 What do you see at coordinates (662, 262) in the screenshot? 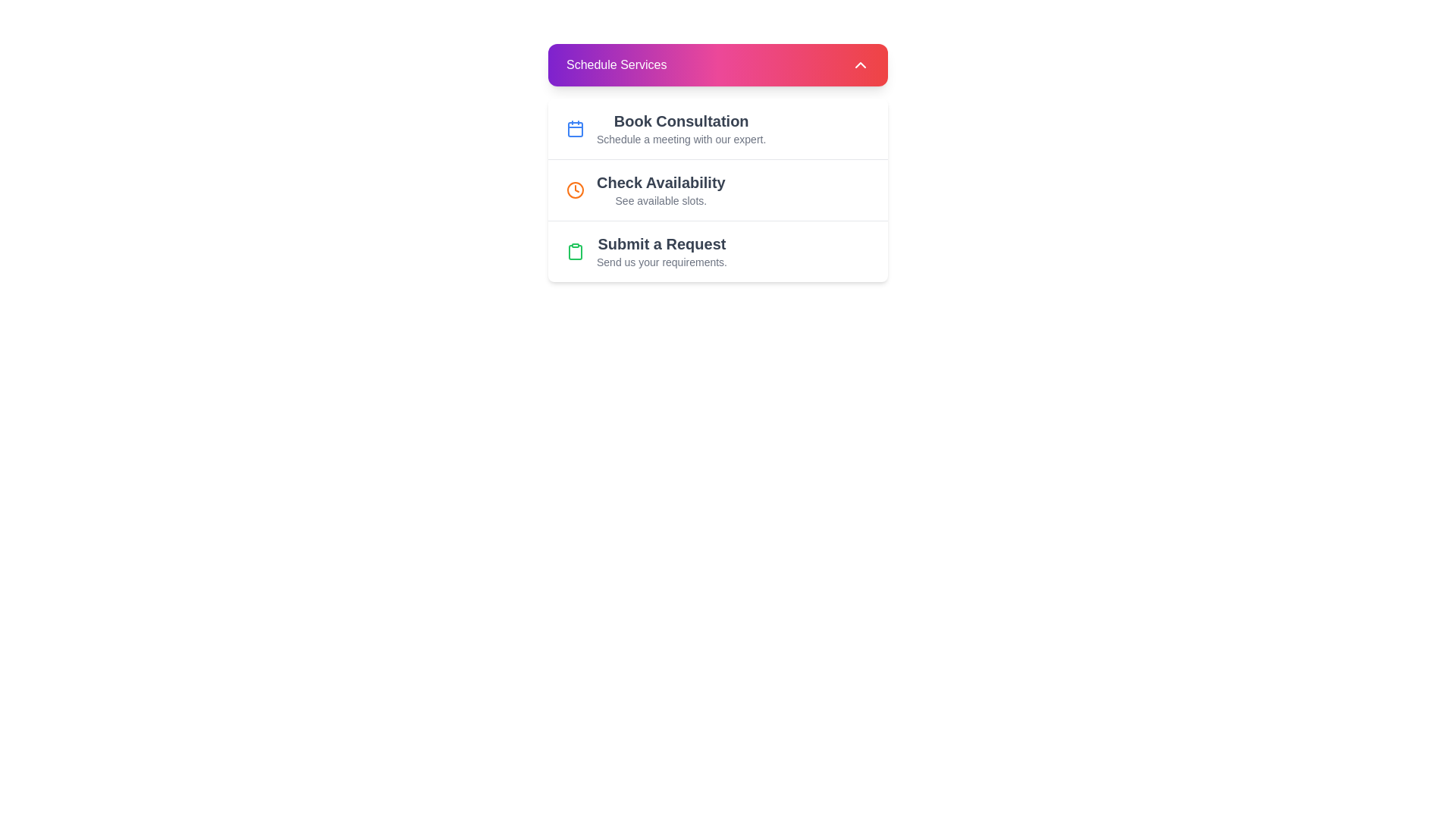
I see `the text label displaying 'Send us your requirements.' which is styled in gray and positioned below the 'Submit a Request' heading within the 'Schedule Services' panel` at bounding box center [662, 262].